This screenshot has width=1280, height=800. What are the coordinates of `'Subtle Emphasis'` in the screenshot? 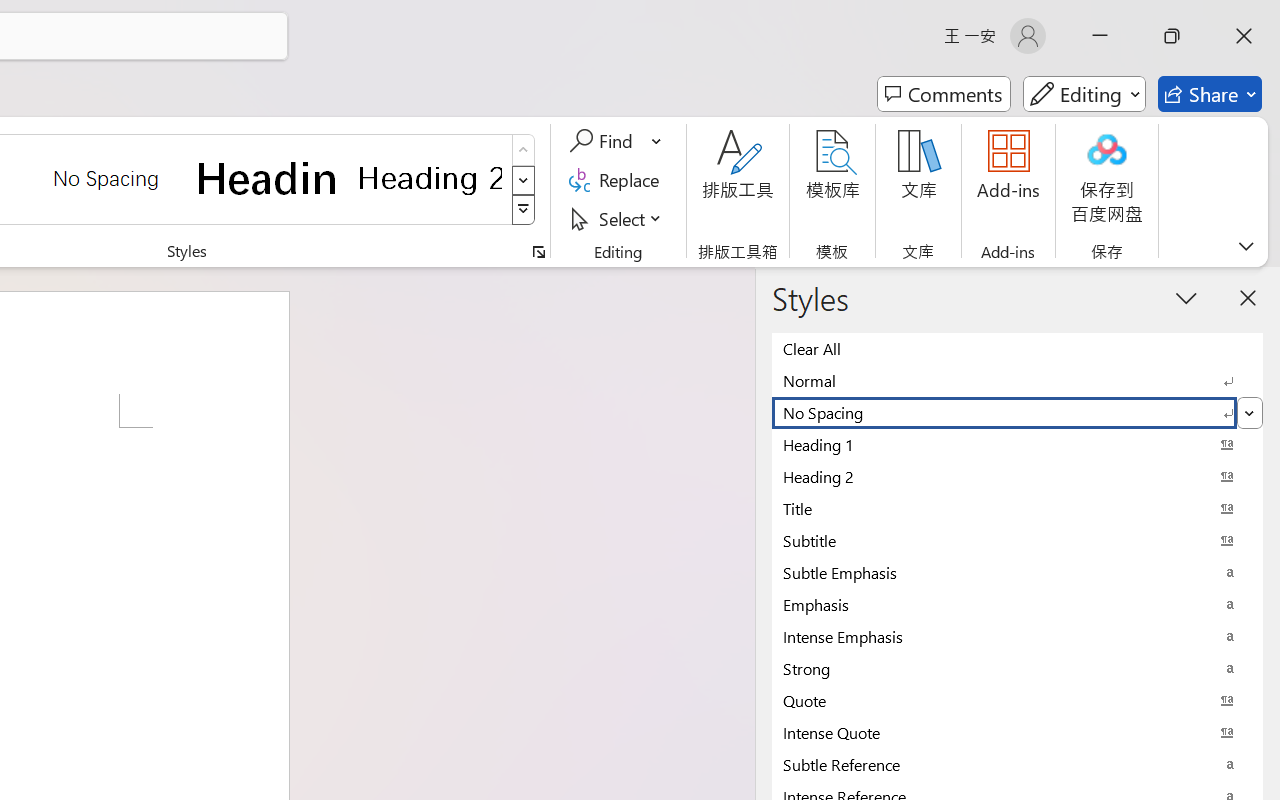 It's located at (1017, 571).